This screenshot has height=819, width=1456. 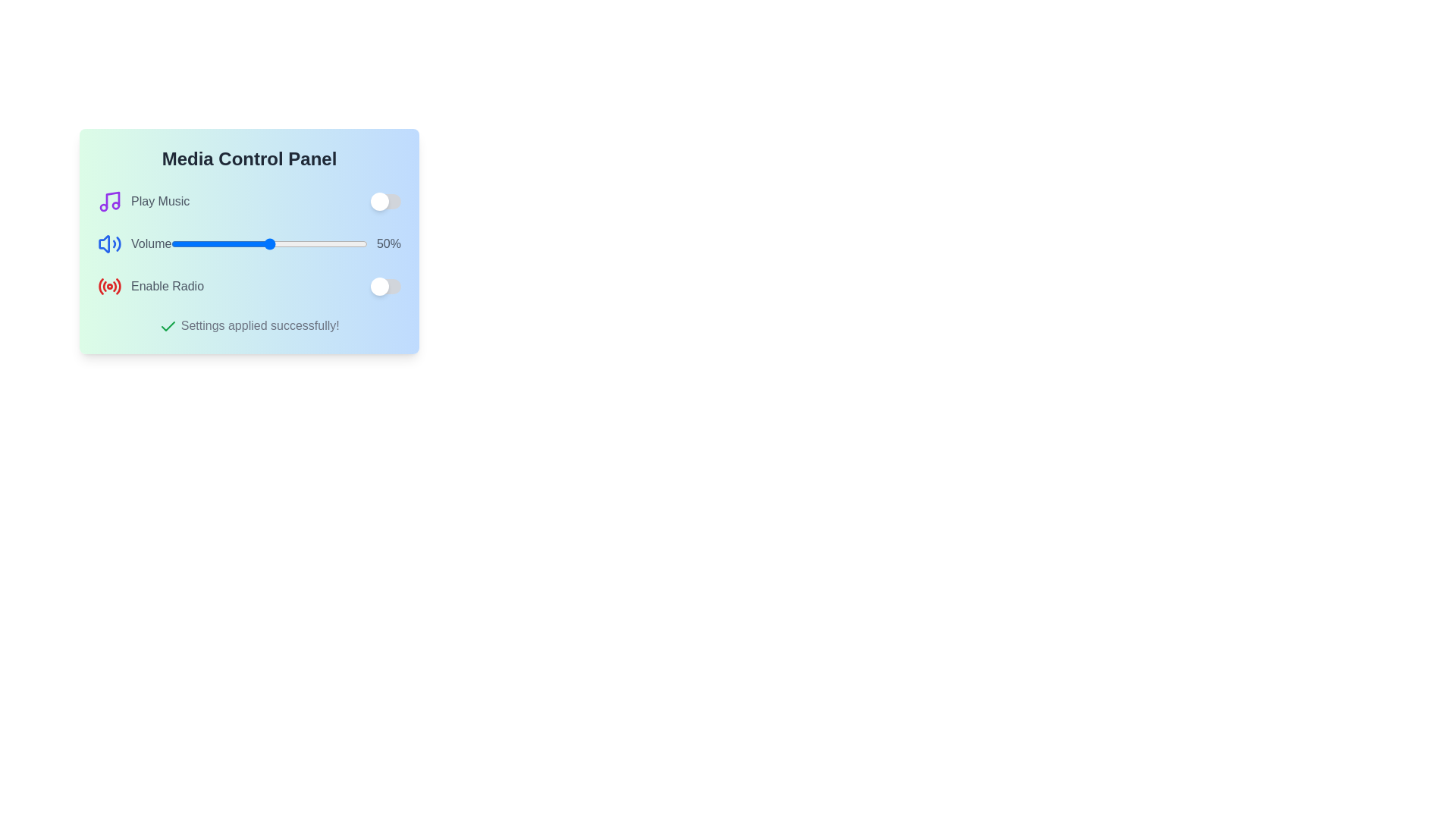 What do you see at coordinates (253, 243) in the screenshot?
I see `the volume slider` at bounding box center [253, 243].